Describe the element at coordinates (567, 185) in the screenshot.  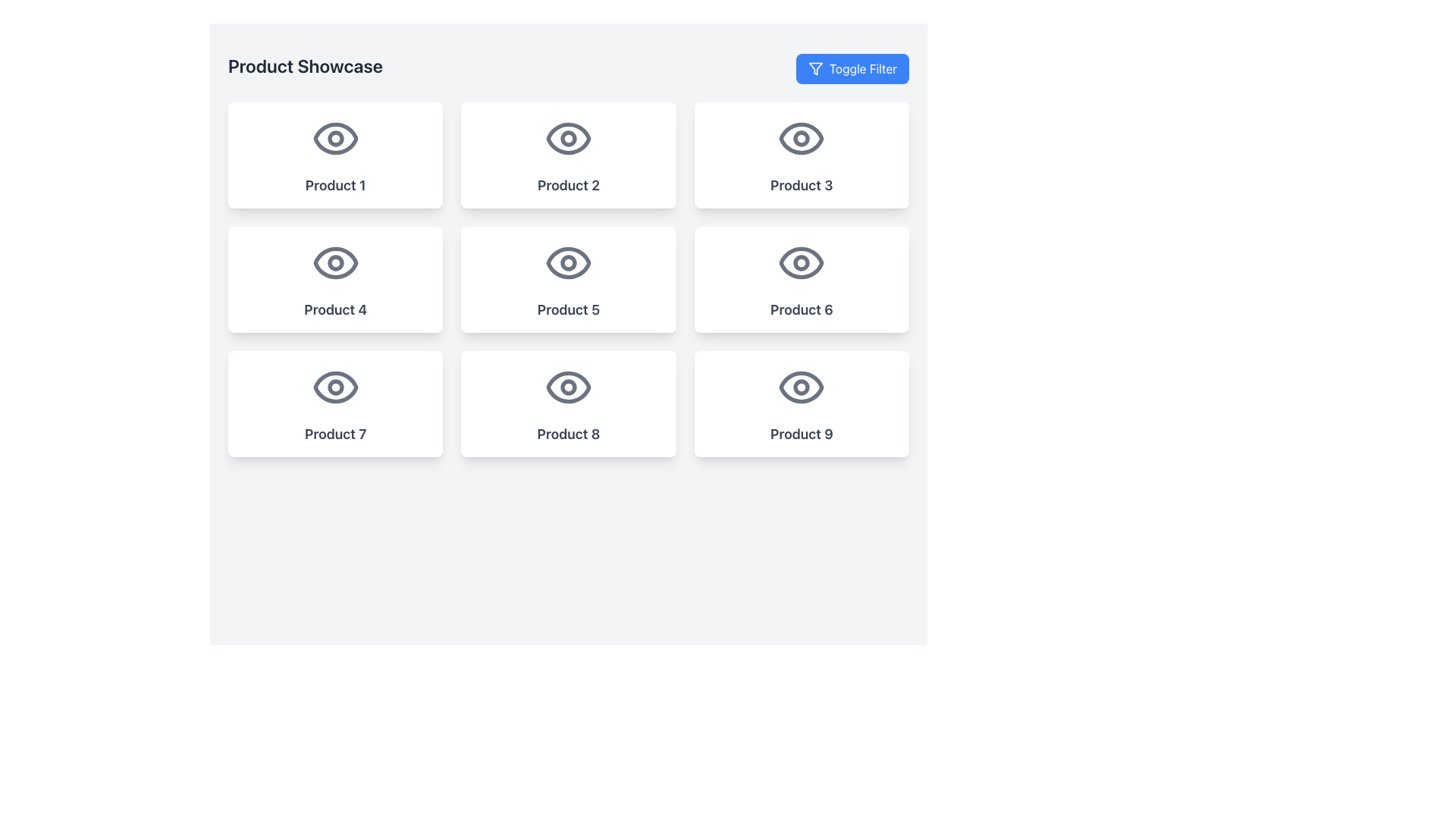
I see `the static text label indicating the product identifier located in the second position of a 3x3 grid layout of cards` at that location.